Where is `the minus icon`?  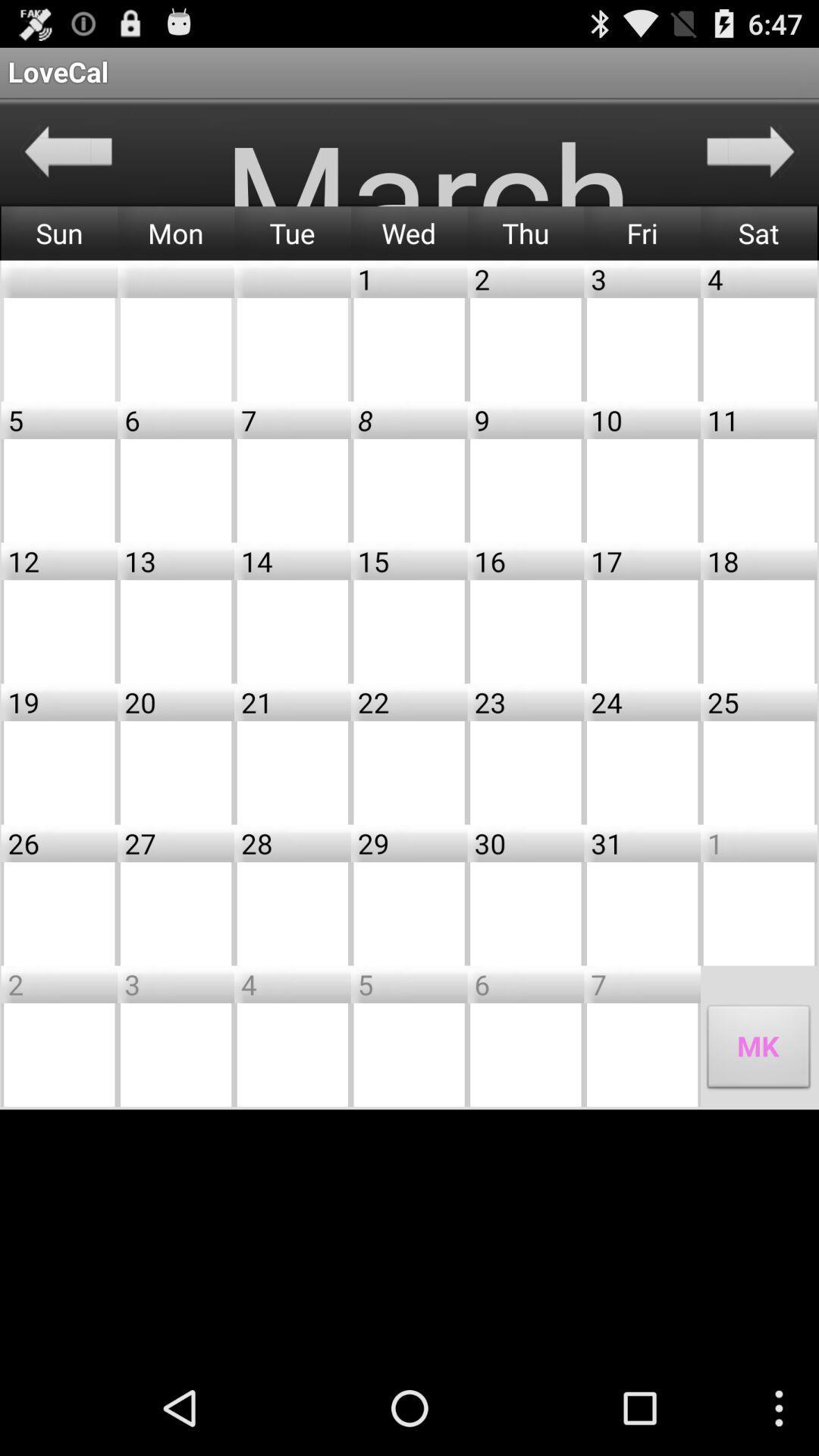
the minus icon is located at coordinates (175, 826).